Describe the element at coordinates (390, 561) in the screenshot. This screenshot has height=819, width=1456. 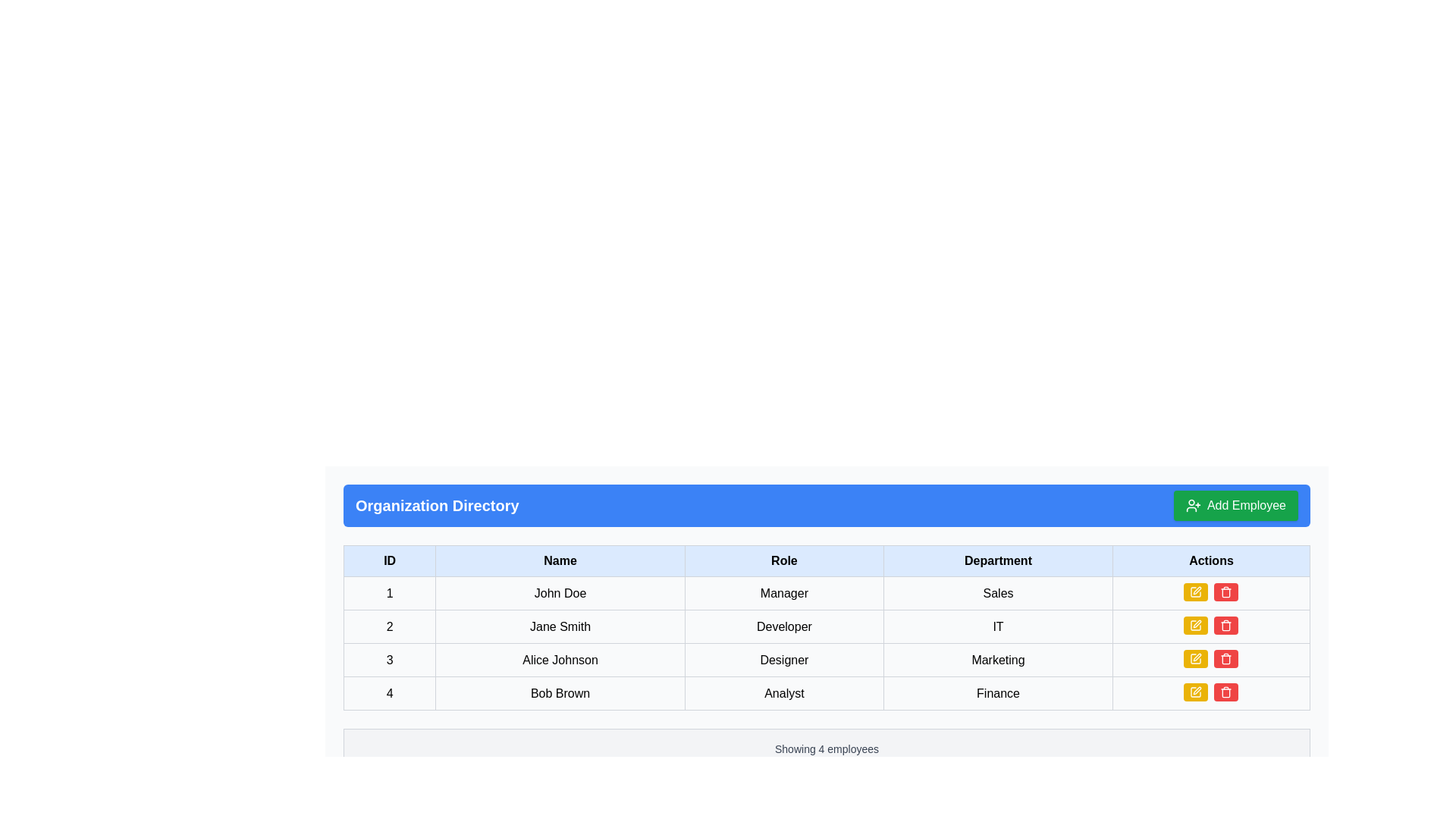
I see `the Table Header Cell labeled 'ID', which is the first column header in the organization directory table, featuring a light blue background and bold black text` at that location.